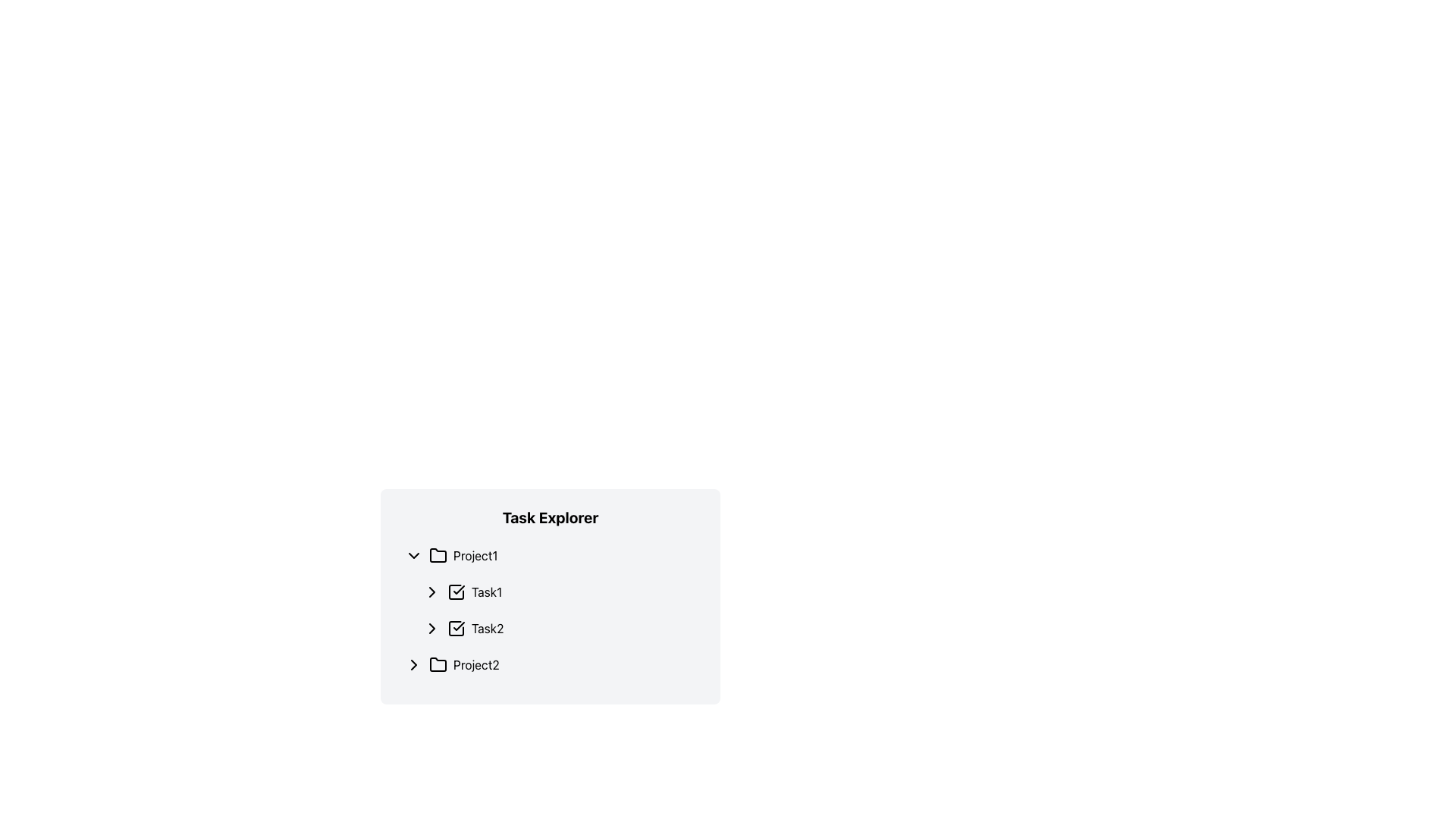 The width and height of the screenshot is (1456, 819). Describe the element at coordinates (437, 555) in the screenshot. I see `the compact folder icon located to the left of the text 'Project1' in the 'Task Explorer' panel to interact with it` at that location.